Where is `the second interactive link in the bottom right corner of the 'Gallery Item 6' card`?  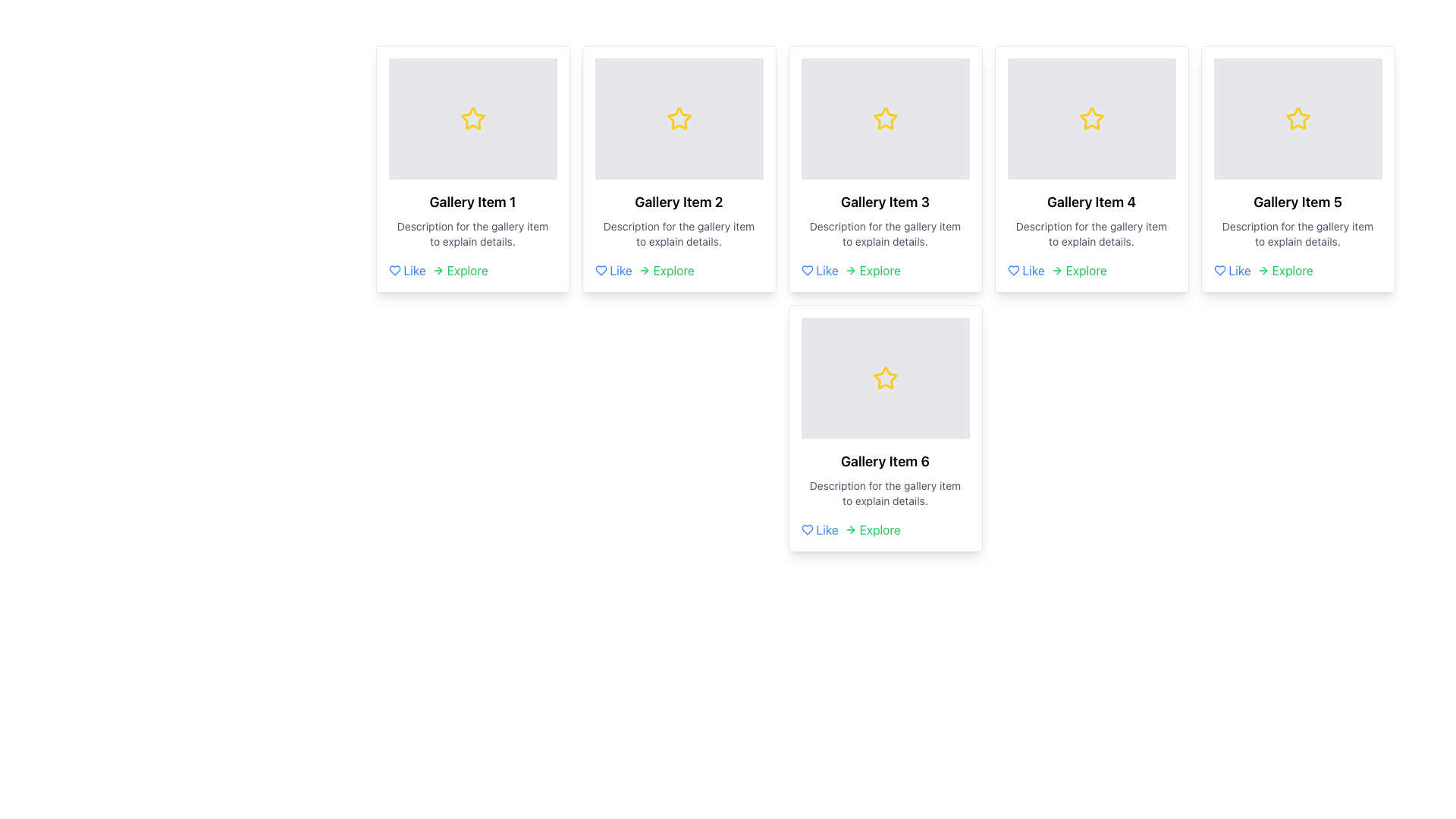 the second interactive link in the bottom right corner of the 'Gallery Item 6' card is located at coordinates (872, 529).